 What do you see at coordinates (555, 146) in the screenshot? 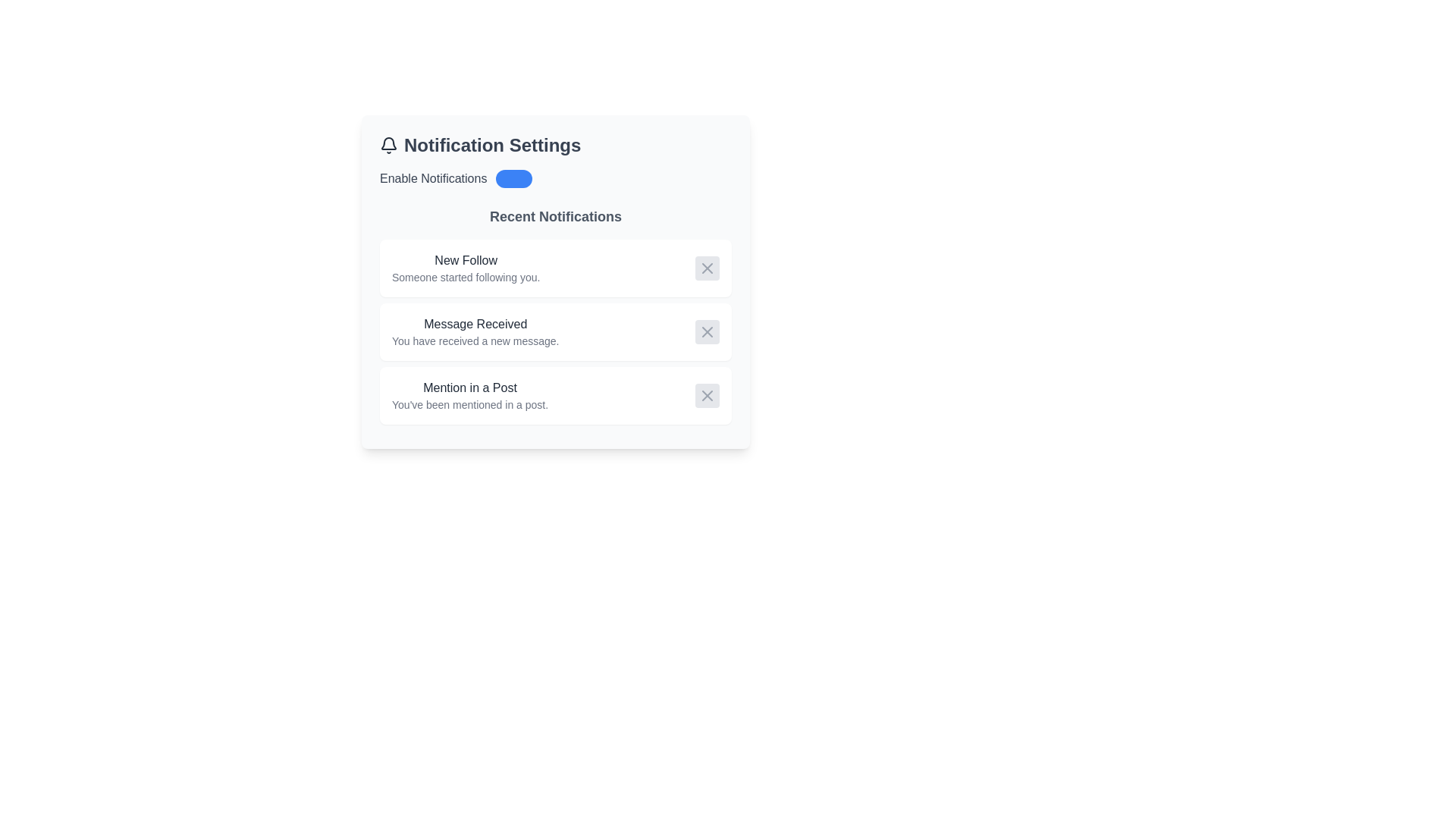
I see `the 'Notification Settings' heading with a bell icon, which is styled in bold, large dark gray font and located at the top of a card-like section` at bounding box center [555, 146].